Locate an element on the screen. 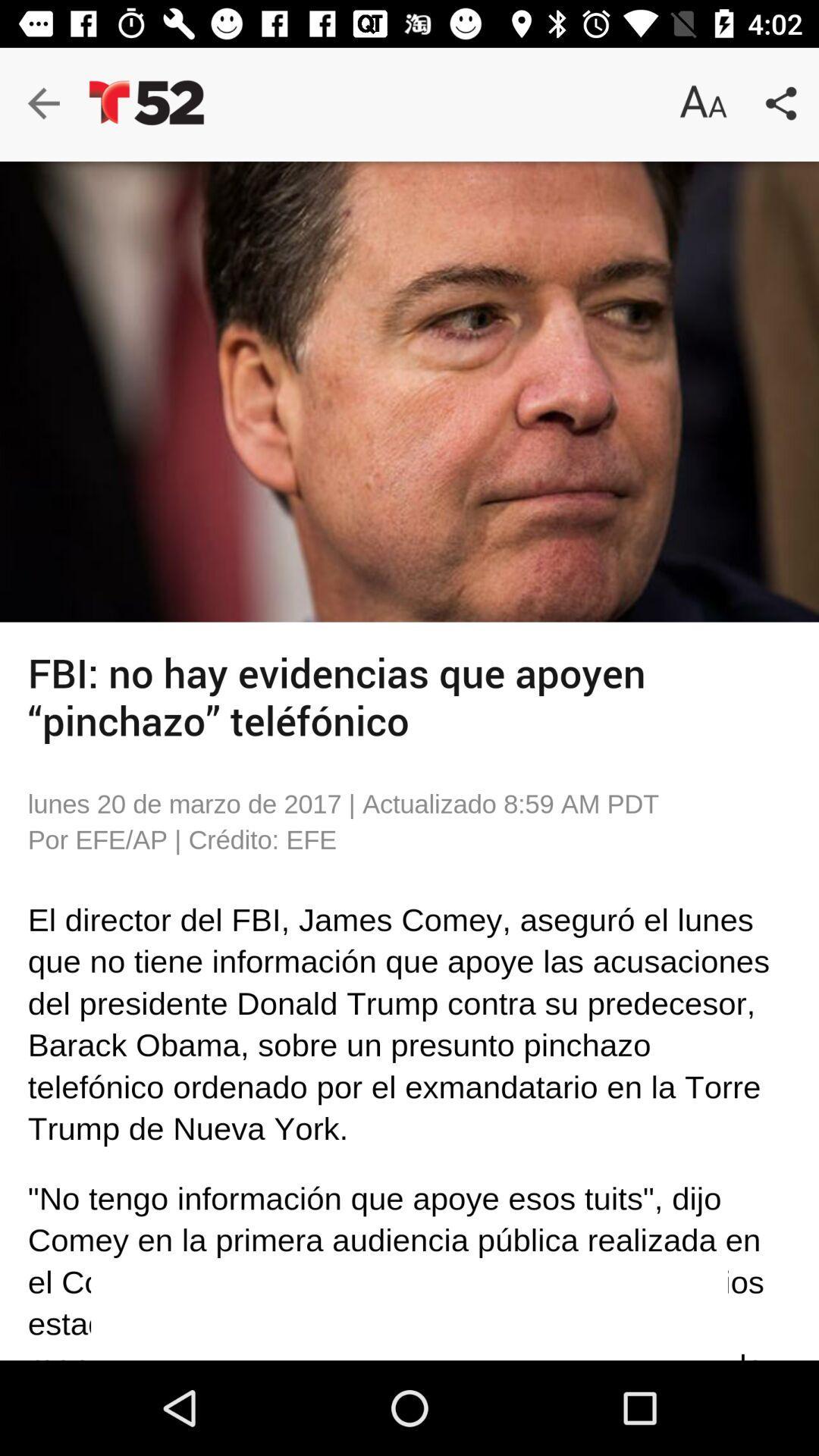 The width and height of the screenshot is (819, 1456). selecionar imagem is located at coordinates (409, 391).